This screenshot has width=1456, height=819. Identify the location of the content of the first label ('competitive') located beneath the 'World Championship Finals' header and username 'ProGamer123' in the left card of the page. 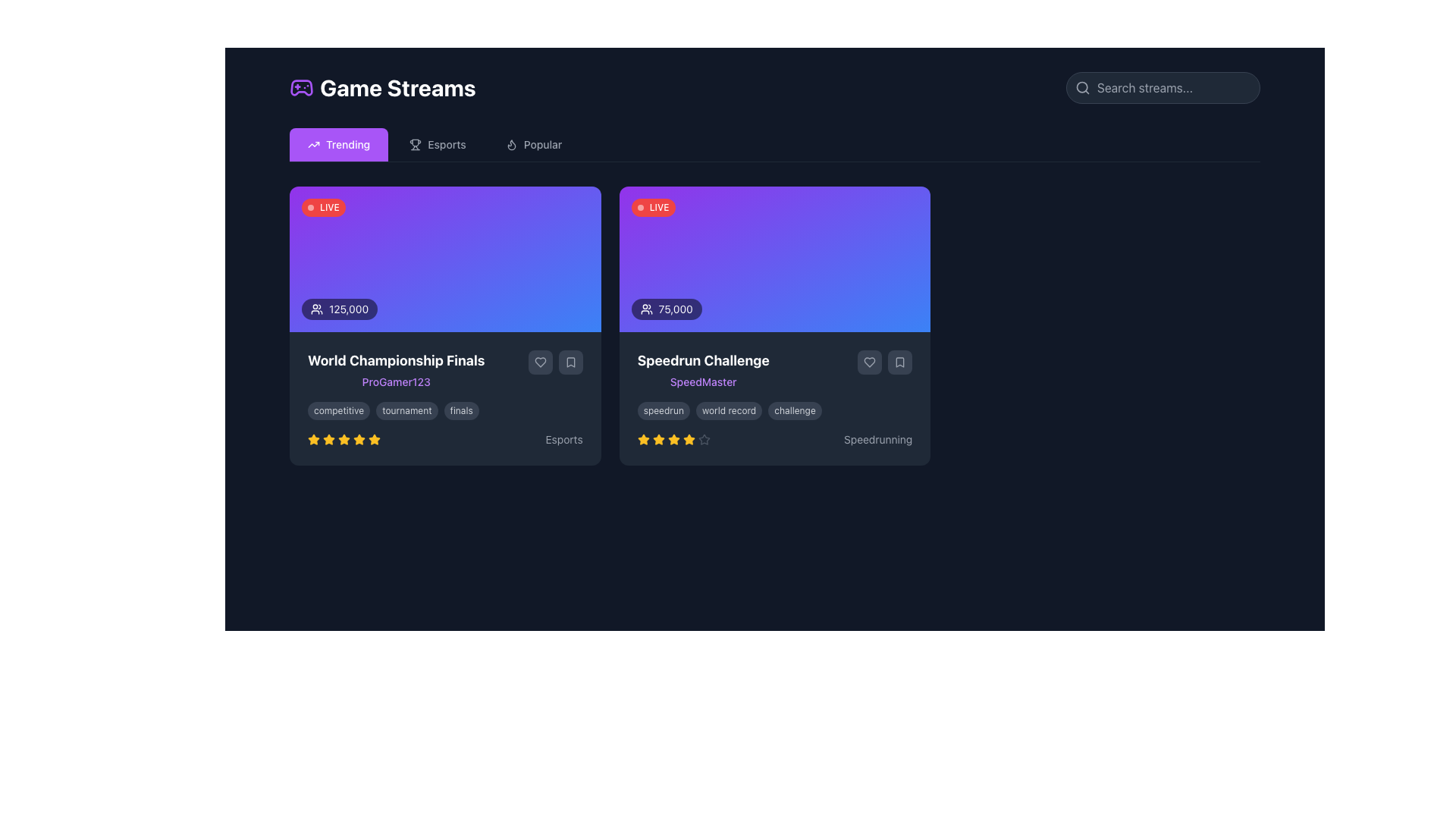
(338, 411).